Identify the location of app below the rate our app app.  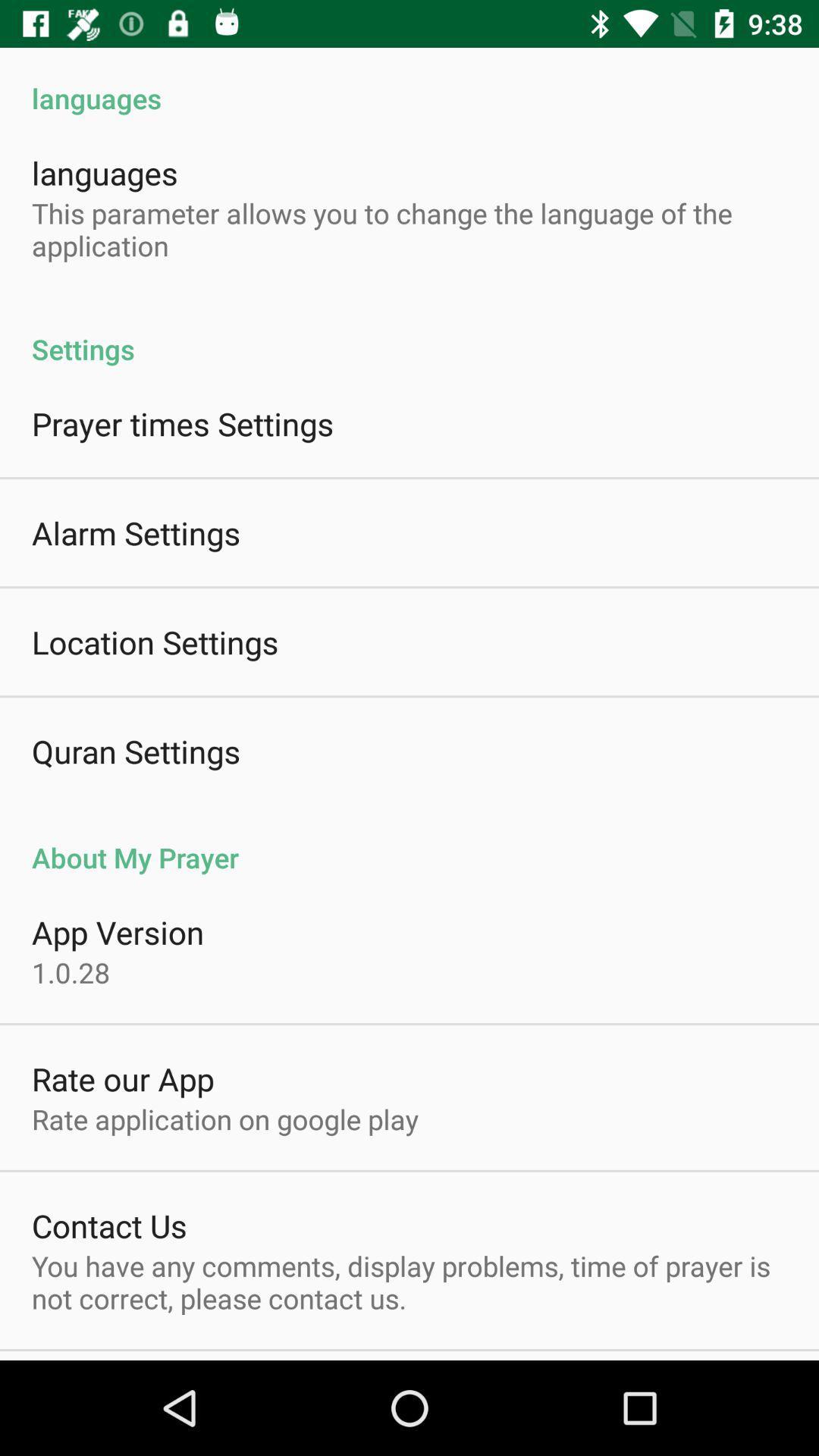
(225, 1119).